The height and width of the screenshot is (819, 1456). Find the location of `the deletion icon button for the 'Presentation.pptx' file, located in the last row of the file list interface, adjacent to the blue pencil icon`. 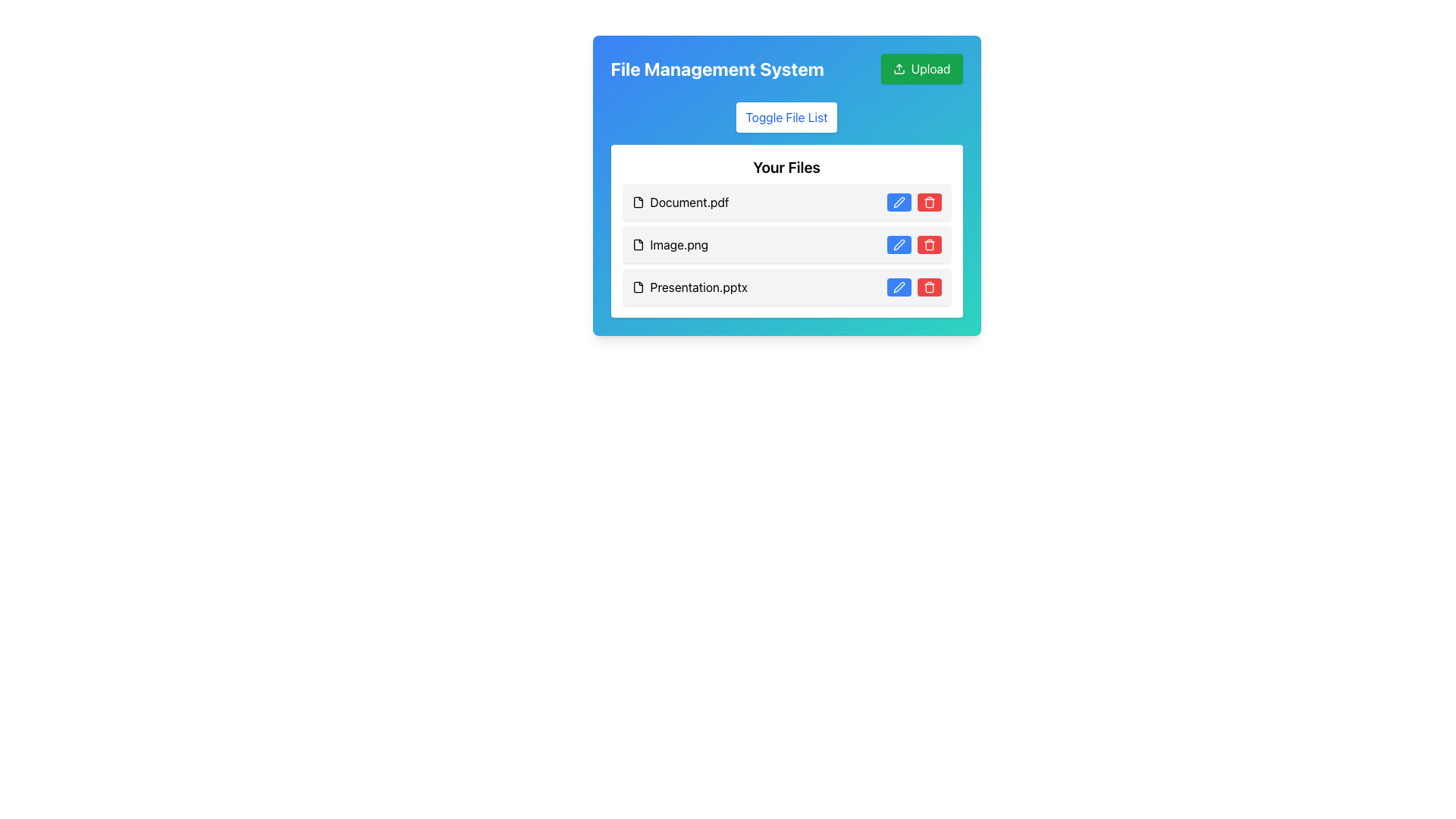

the deletion icon button for the 'Presentation.pptx' file, located in the last row of the file list interface, adjacent to the blue pencil icon is located at coordinates (928, 287).